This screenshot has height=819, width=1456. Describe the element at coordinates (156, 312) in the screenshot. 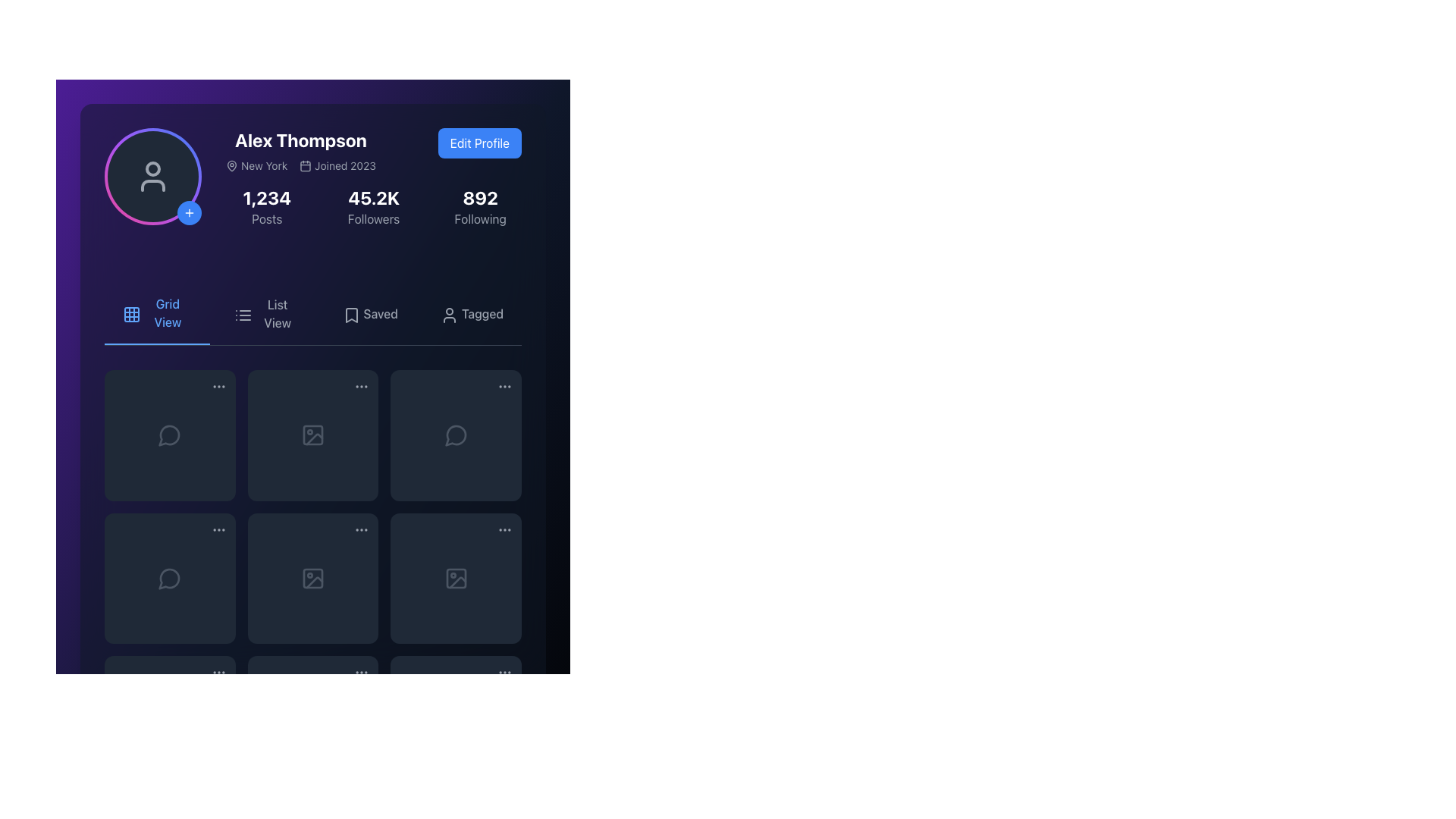

I see `the 'Grid View' button, which is the first button in the horizontal button group and features a blue color scheme with a grid icon on its left, to switch to grid view` at that location.